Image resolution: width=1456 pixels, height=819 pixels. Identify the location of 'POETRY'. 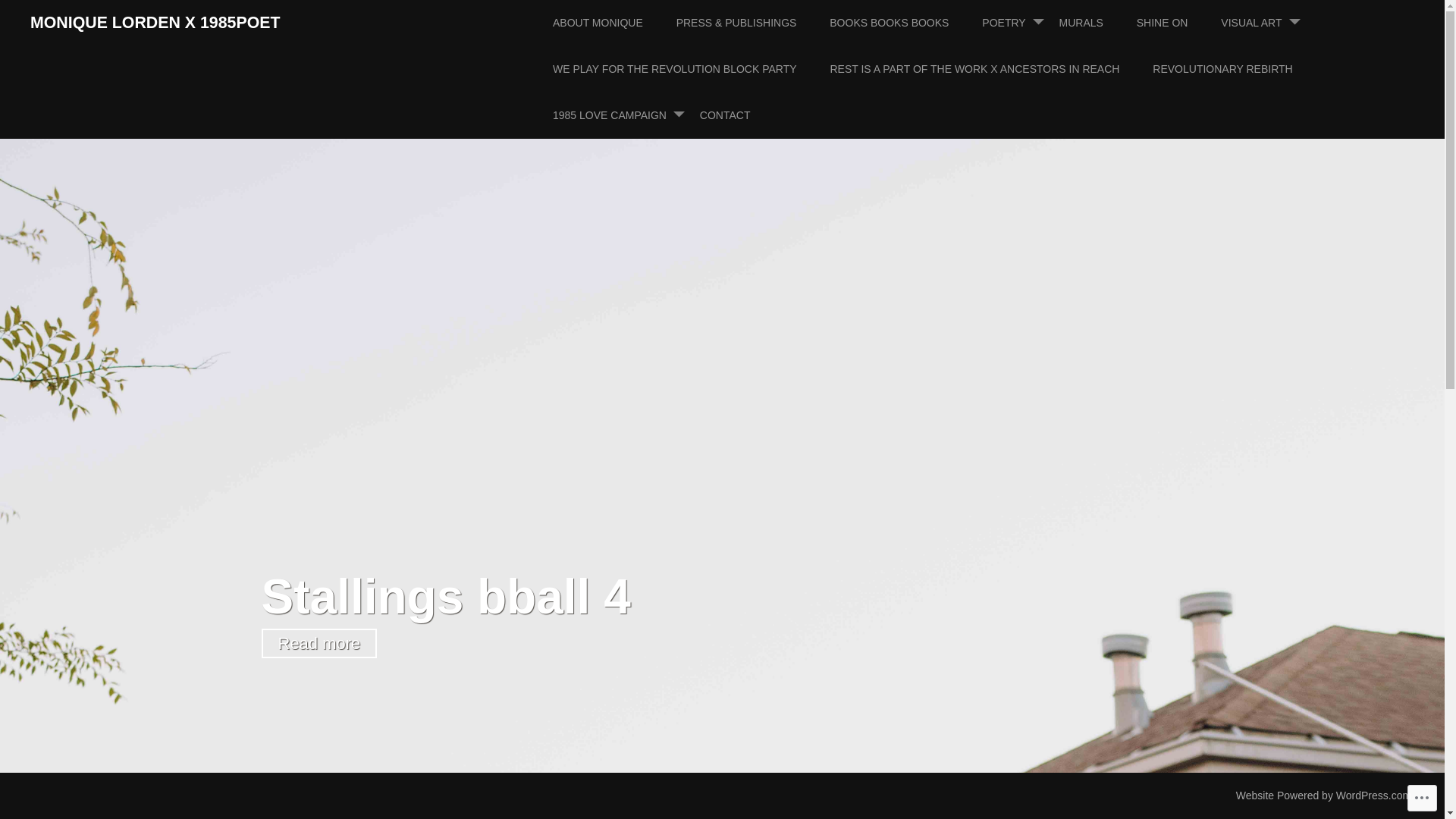
(1018, 23).